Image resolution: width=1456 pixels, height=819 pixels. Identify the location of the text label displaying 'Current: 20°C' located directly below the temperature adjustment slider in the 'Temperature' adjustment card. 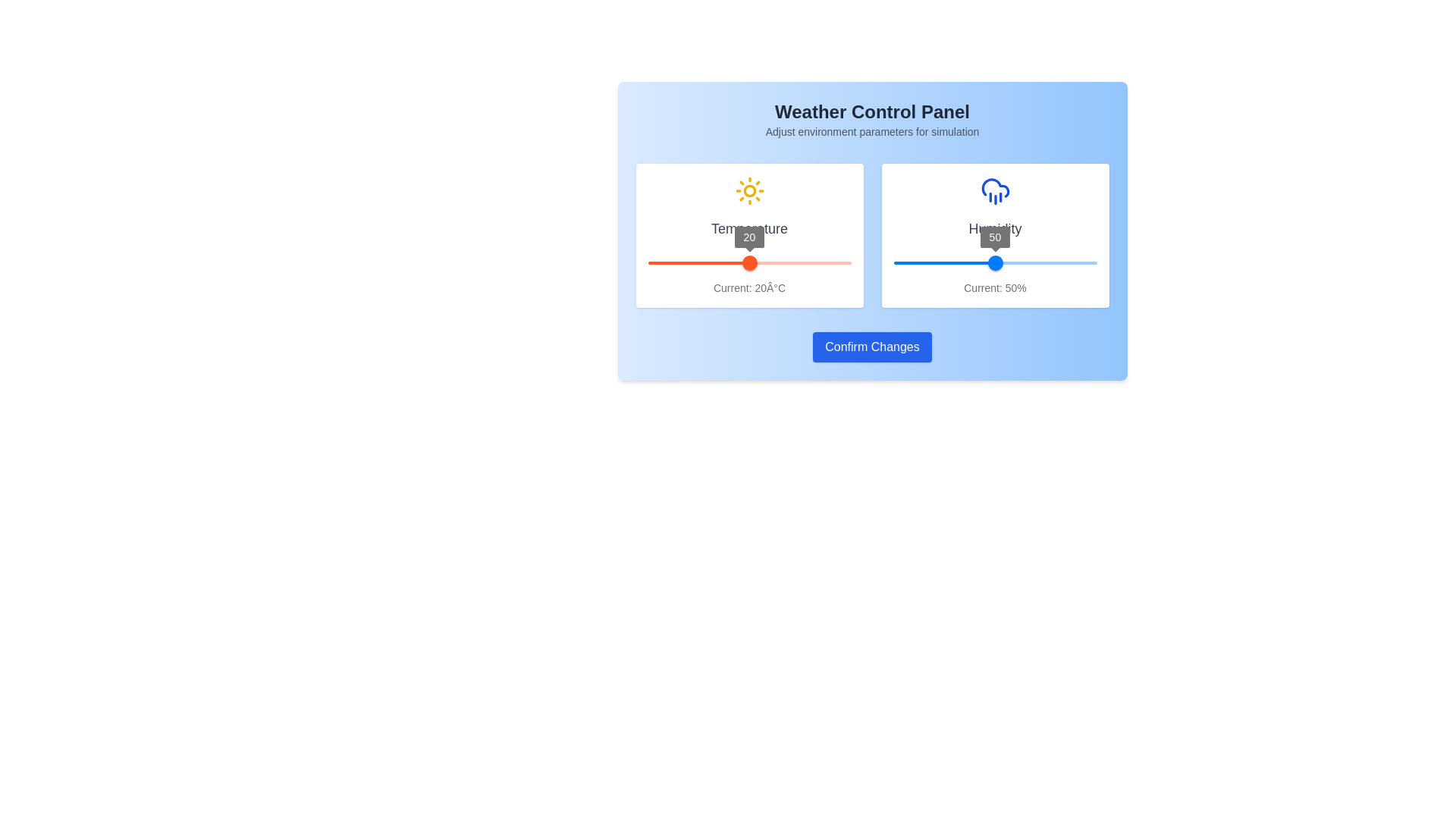
(749, 288).